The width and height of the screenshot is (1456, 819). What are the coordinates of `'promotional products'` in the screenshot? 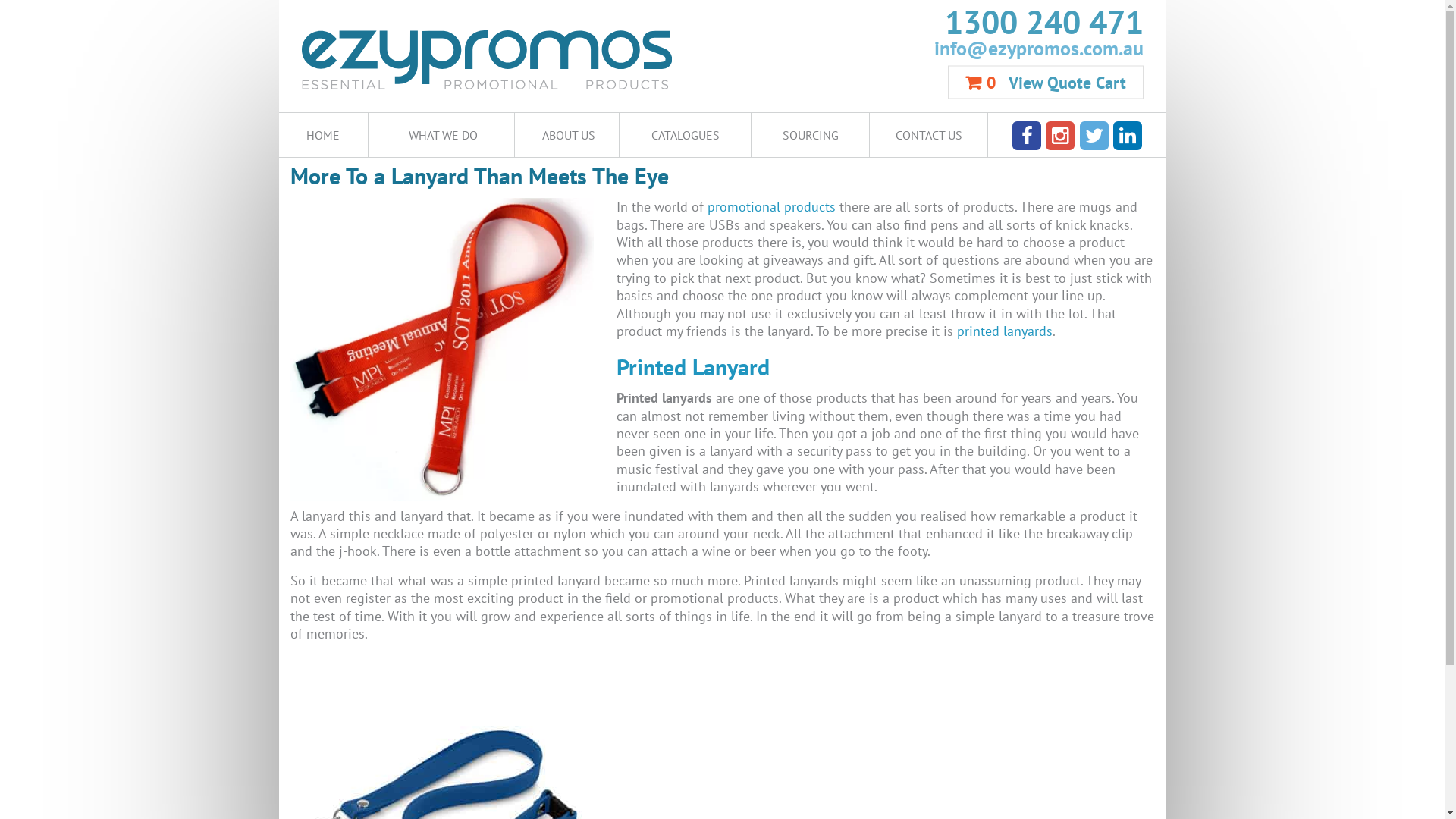 It's located at (770, 206).